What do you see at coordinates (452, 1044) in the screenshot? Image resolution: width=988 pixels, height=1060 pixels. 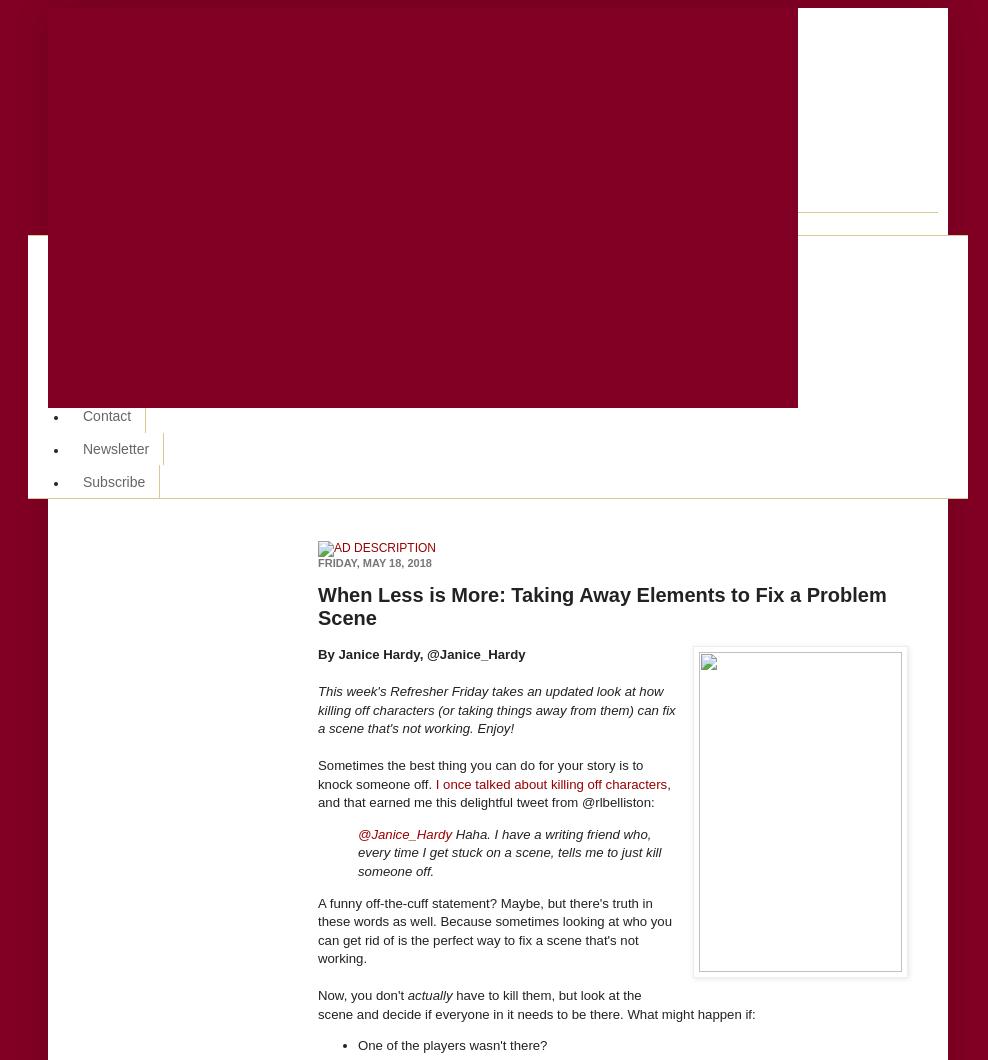 I see `'One of the players wasn't there?'` at bounding box center [452, 1044].